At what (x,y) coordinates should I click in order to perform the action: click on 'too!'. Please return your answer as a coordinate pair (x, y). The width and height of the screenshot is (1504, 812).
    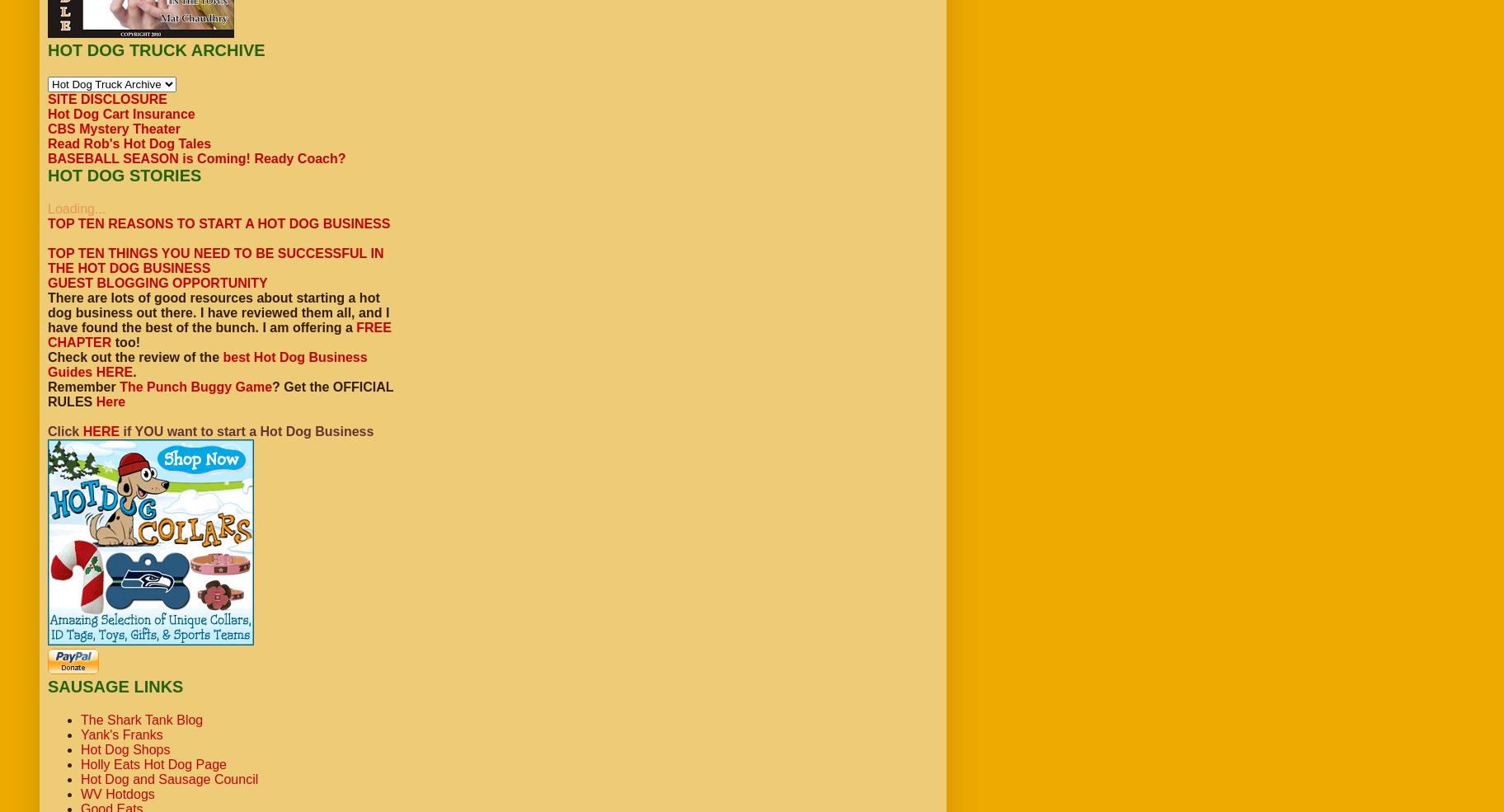
    Looking at the image, I should click on (125, 341).